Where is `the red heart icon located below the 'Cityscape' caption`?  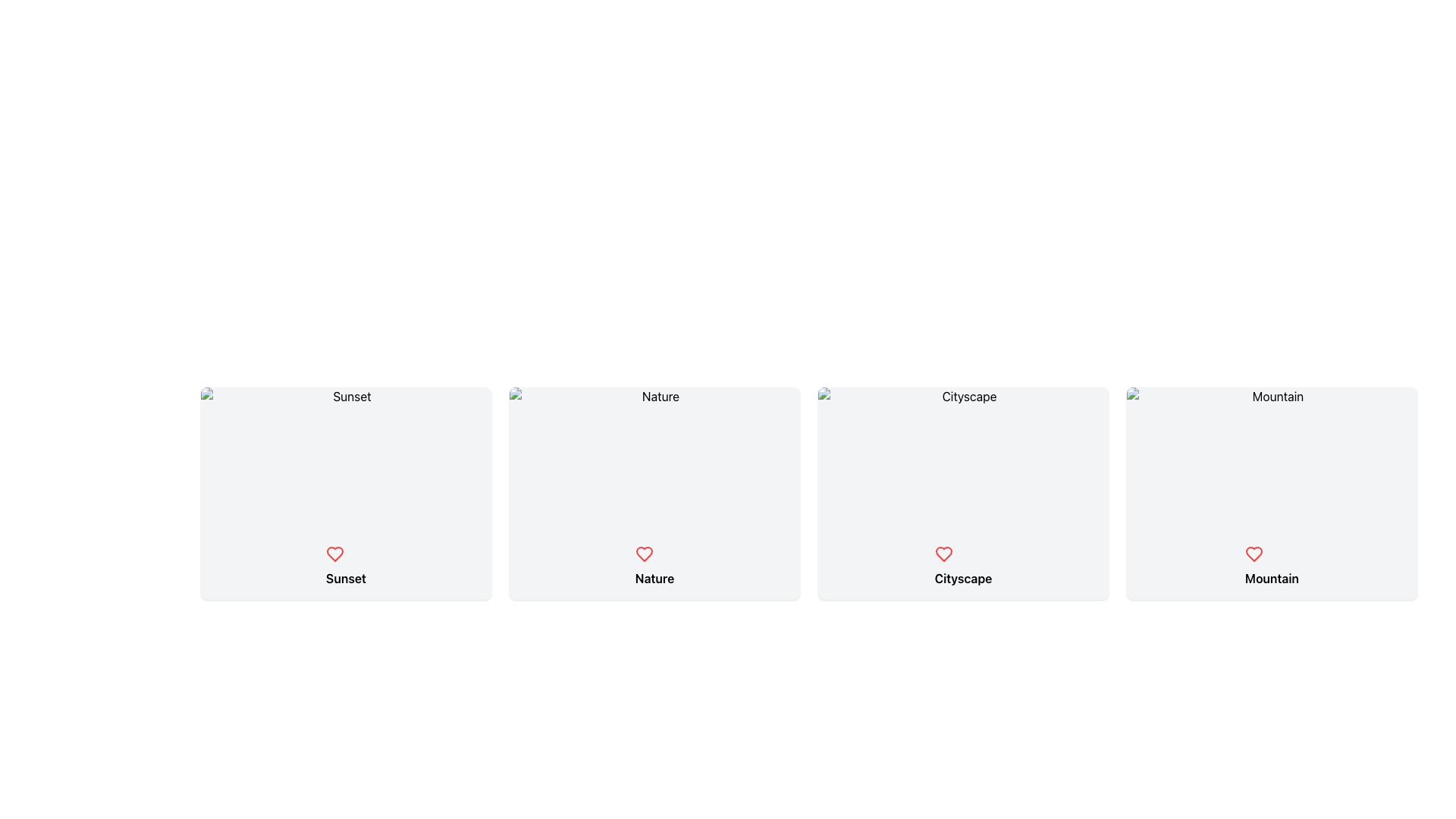 the red heart icon located below the 'Cityscape' caption is located at coordinates (943, 554).